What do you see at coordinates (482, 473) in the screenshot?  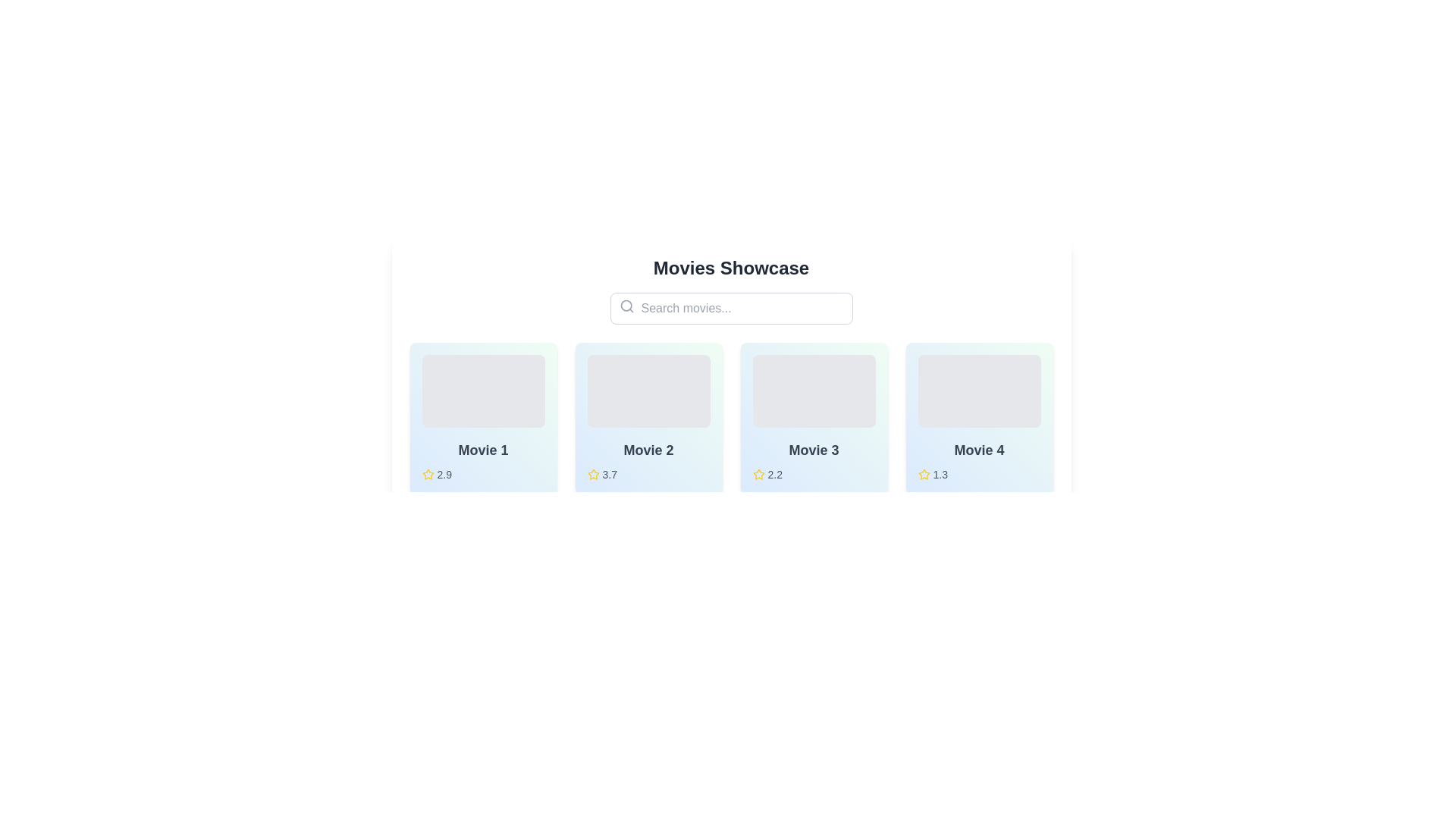 I see `the displayed rating score of '2.9' next to the yellow star icon beneath the title 'Movie 1' in the first card of the list` at bounding box center [482, 473].